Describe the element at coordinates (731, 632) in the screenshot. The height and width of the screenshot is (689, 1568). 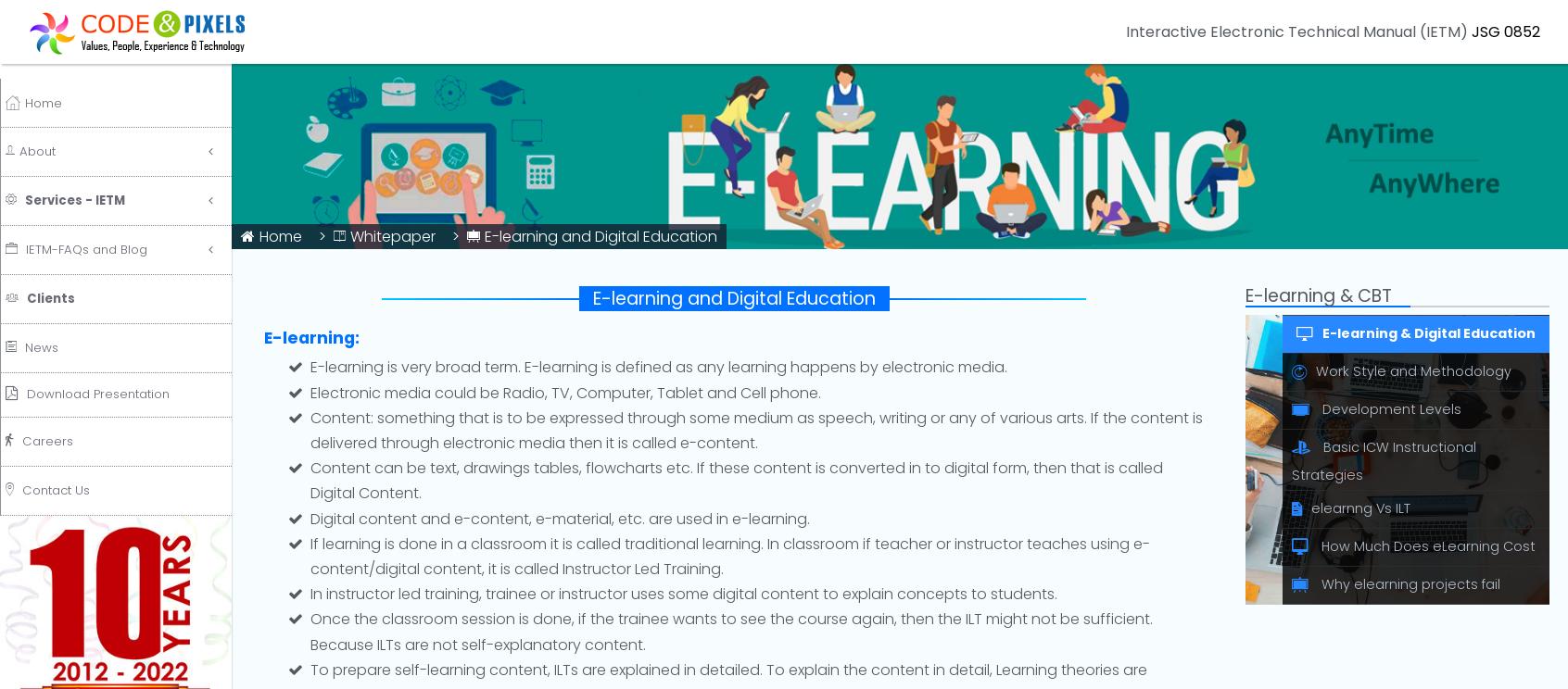
I see `'Once the classroom session is done, if the trainee wants to see the course again, then the ILT might not be sufficient. Because ILTs are not self-explanatory content.'` at that location.